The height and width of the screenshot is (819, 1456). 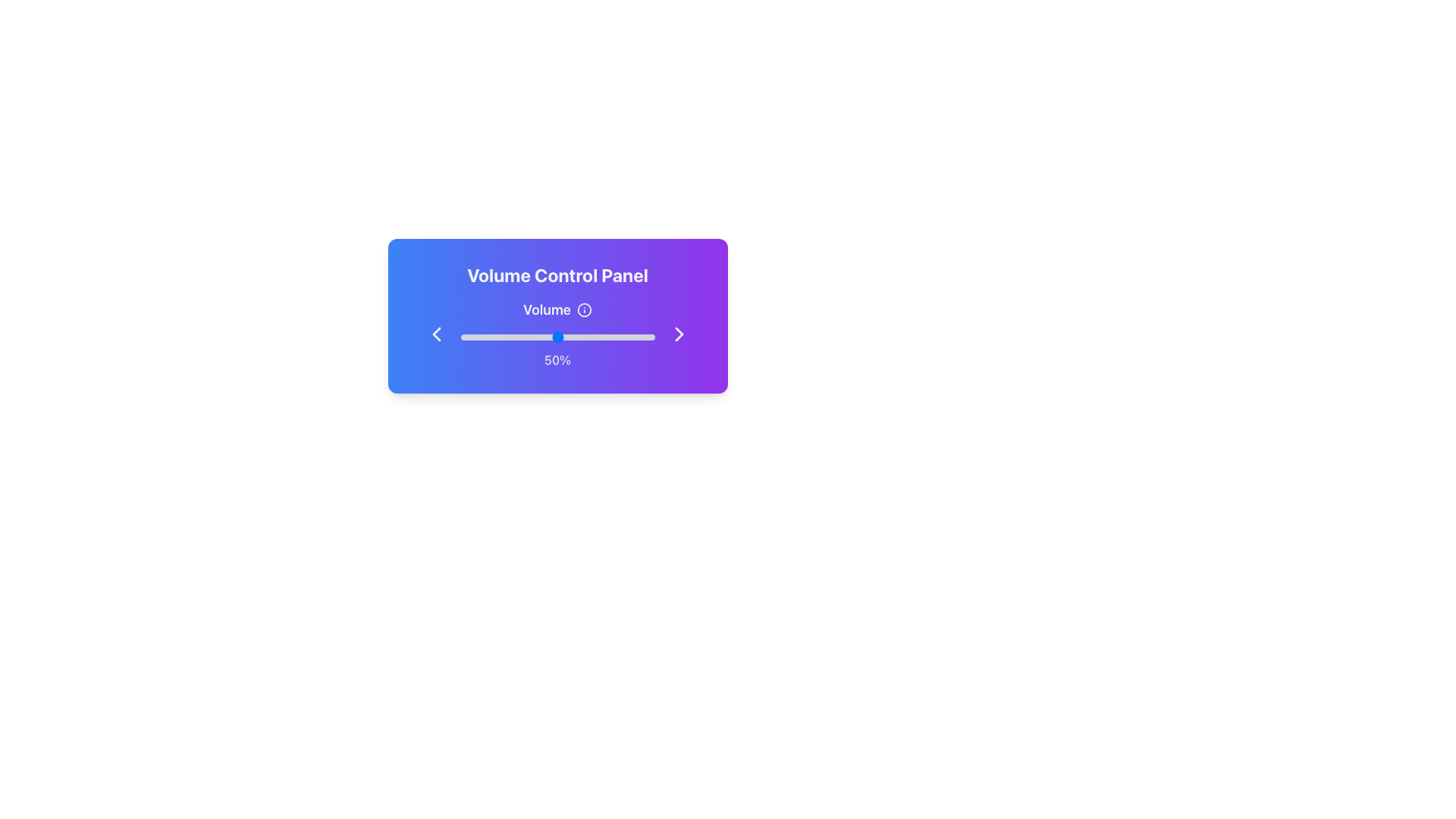 I want to click on the volume level, so click(x=483, y=336).